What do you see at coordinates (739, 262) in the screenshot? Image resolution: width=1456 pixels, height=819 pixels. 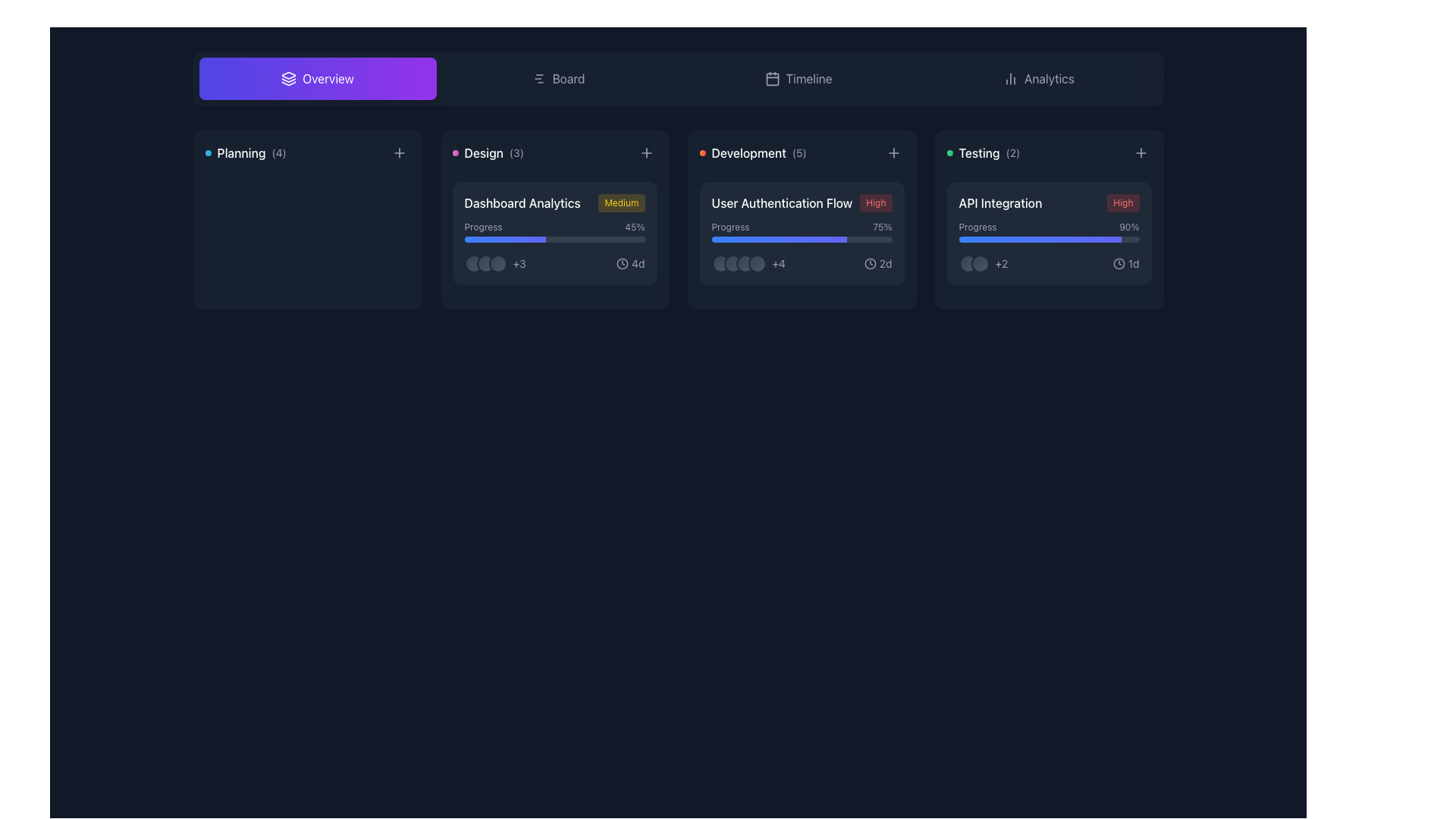 I see `the group of circular icons representing individual items or users in the 'Development' section card, located below the progress bar and to the left of the 'view more' label` at bounding box center [739, 262].